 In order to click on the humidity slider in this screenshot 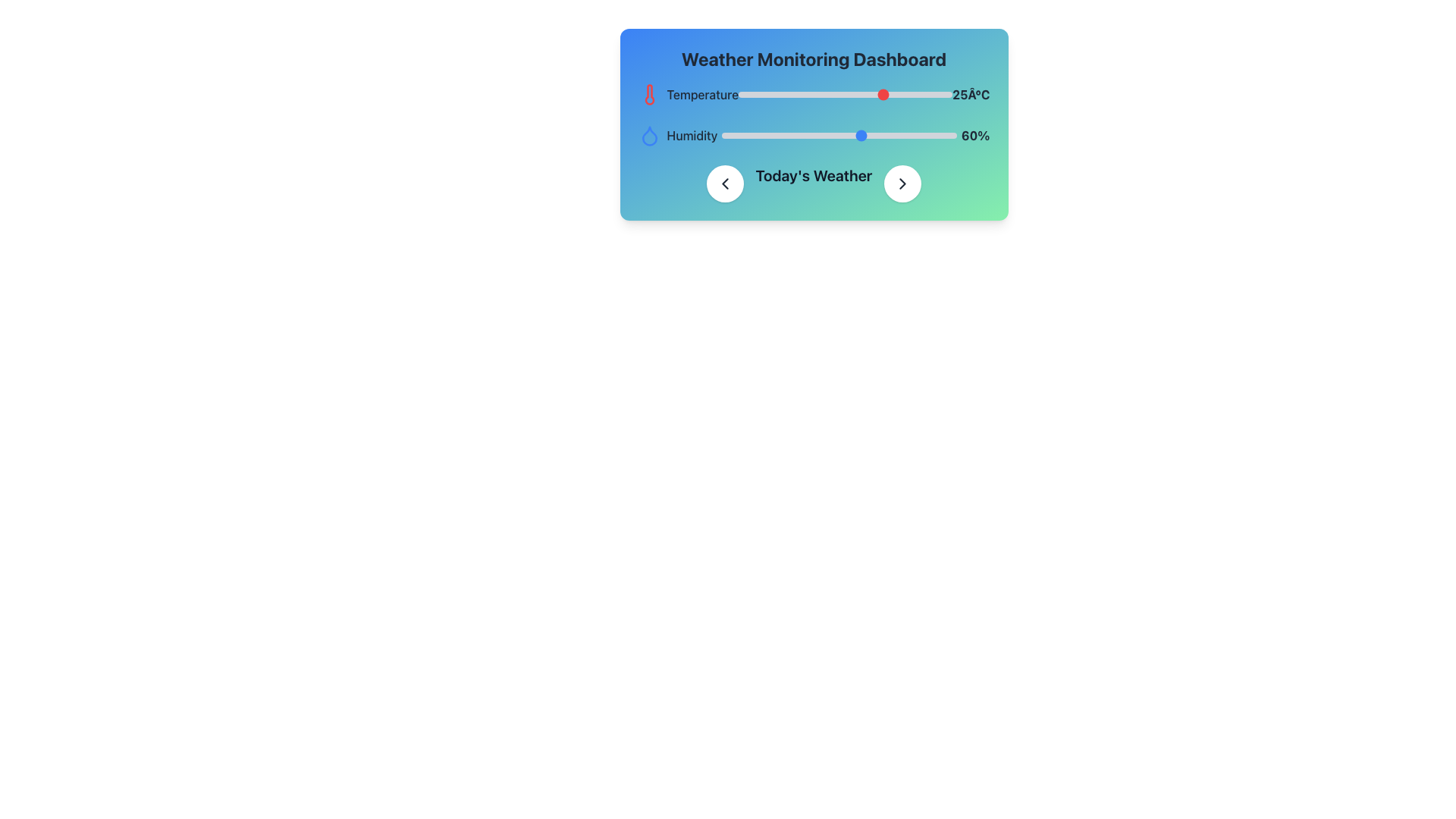, I will do `click(874, 134)`.